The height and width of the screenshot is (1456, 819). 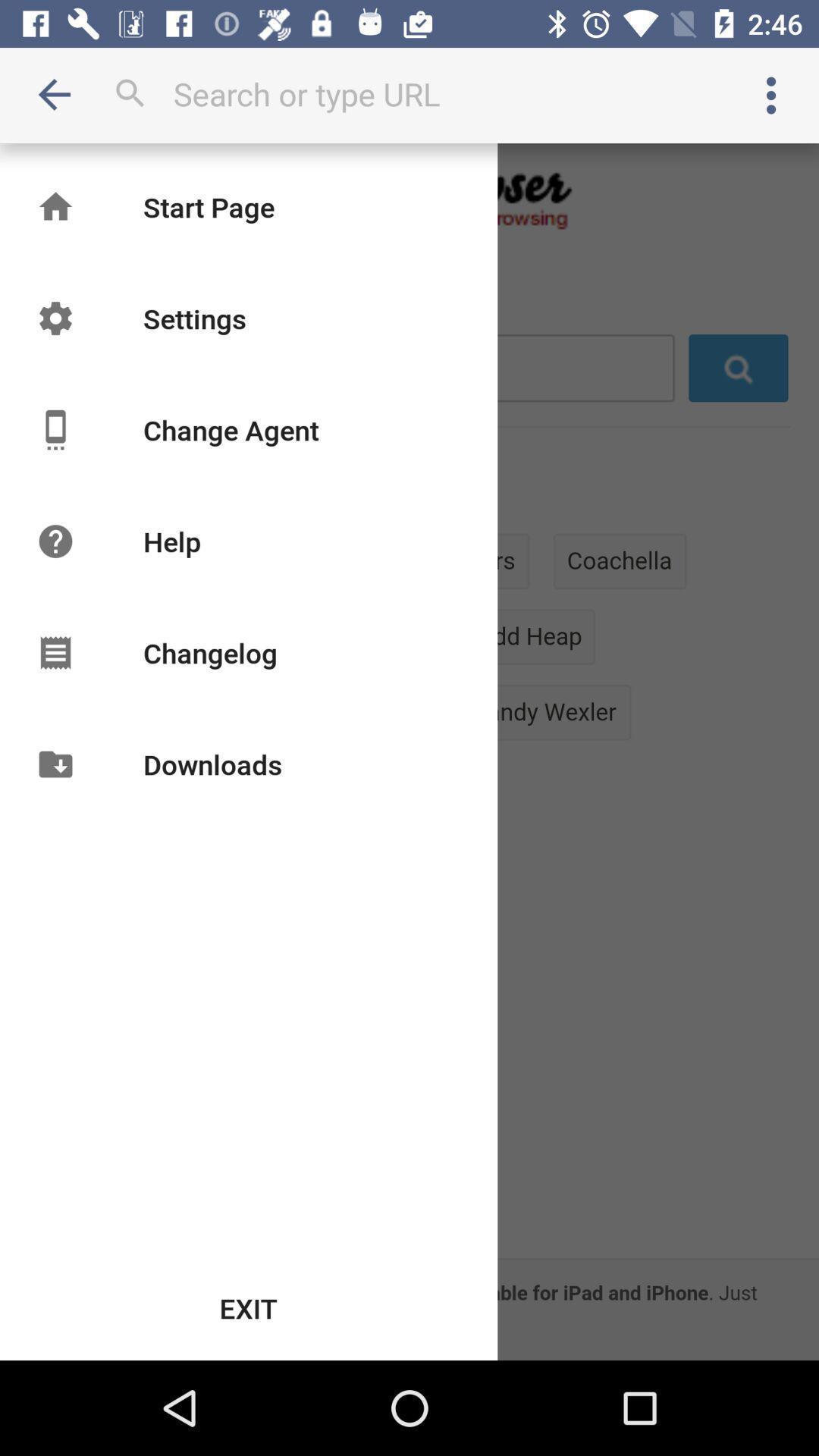 I want to click on change agent, so click(x=231, y=428).